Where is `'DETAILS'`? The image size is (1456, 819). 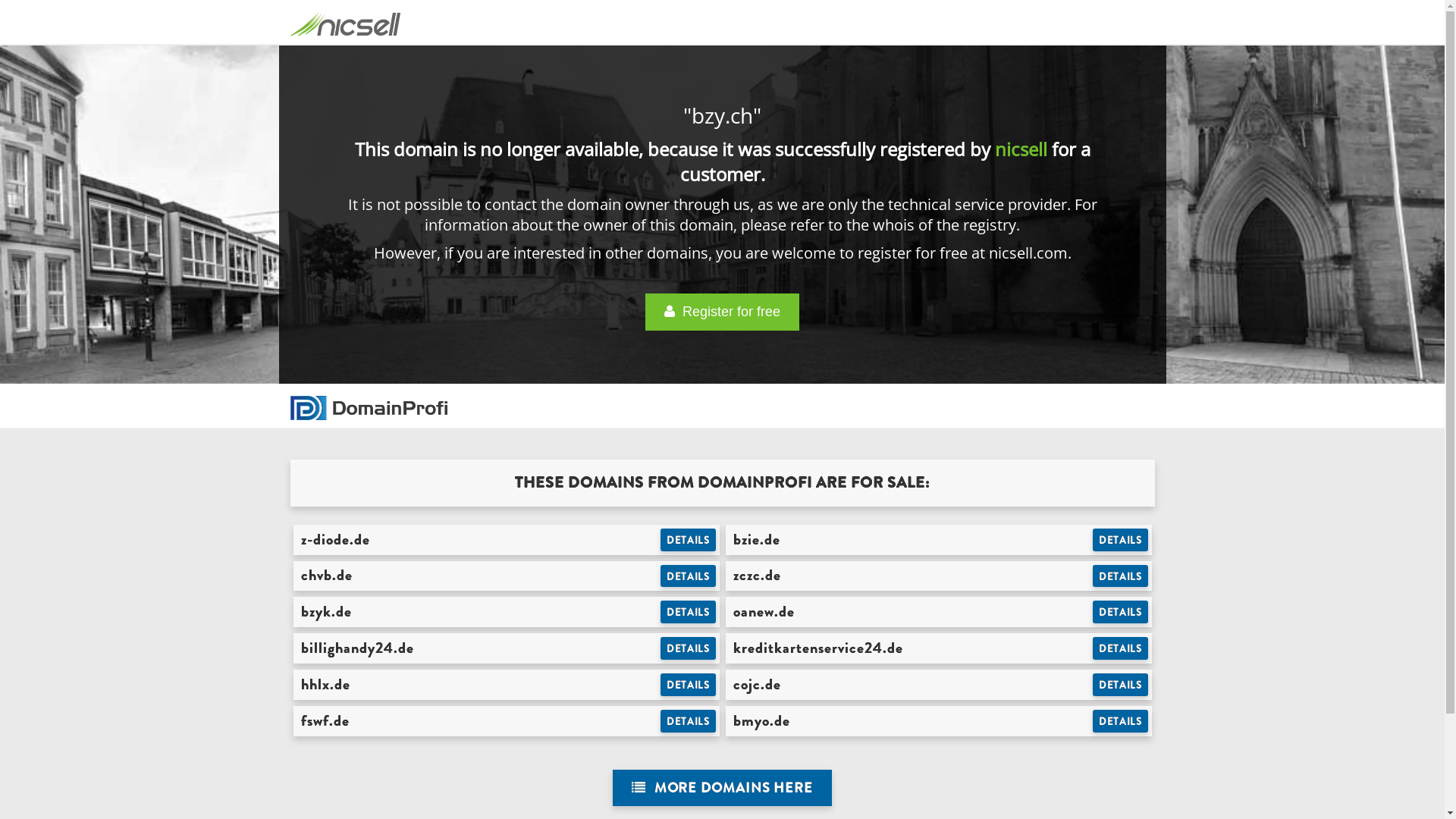 'DETAILS' is located at coordinates (1120, 539).